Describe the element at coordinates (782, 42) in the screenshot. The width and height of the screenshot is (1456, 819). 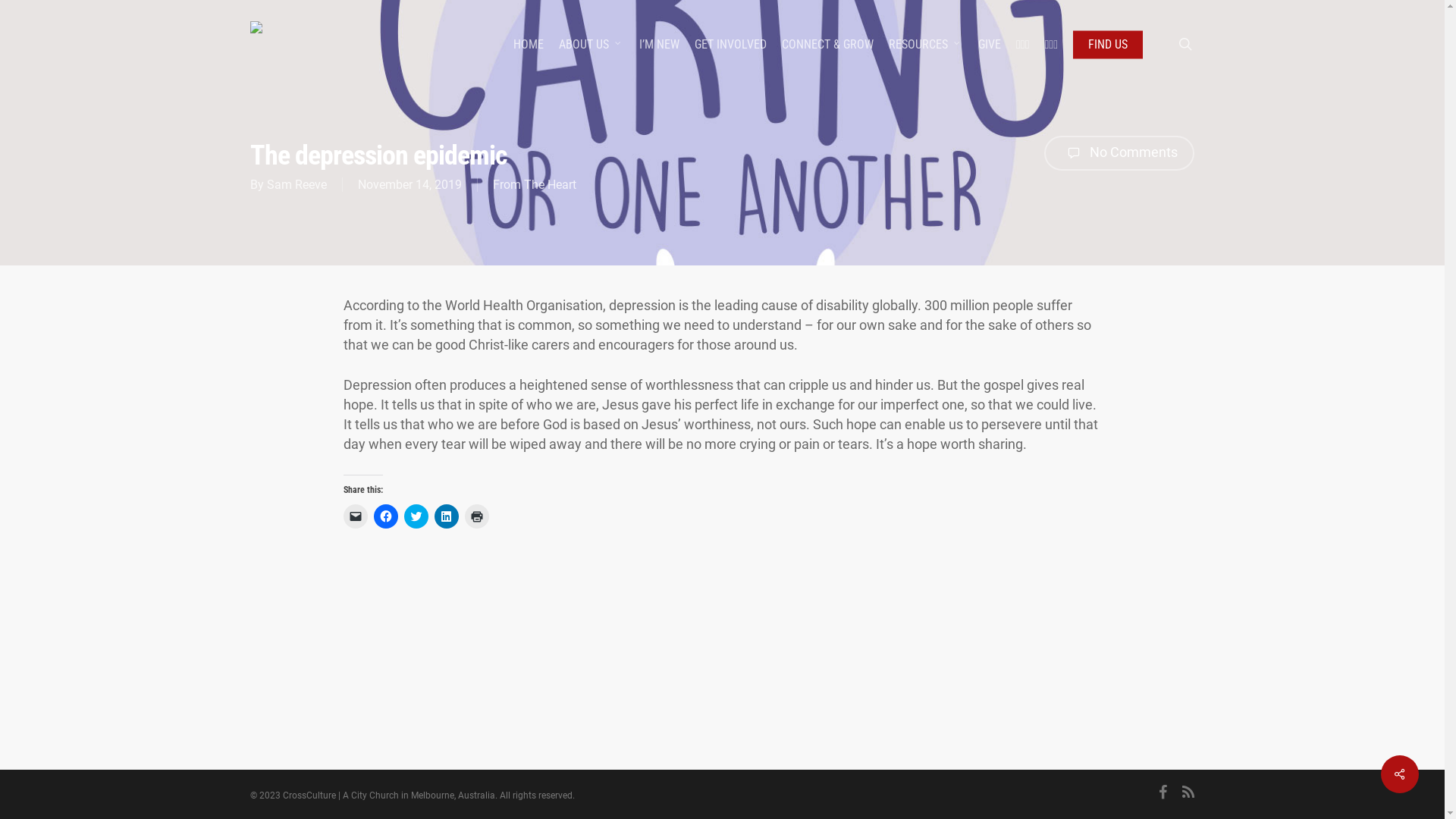
I see `'CONNECT & GROW'` at that location.